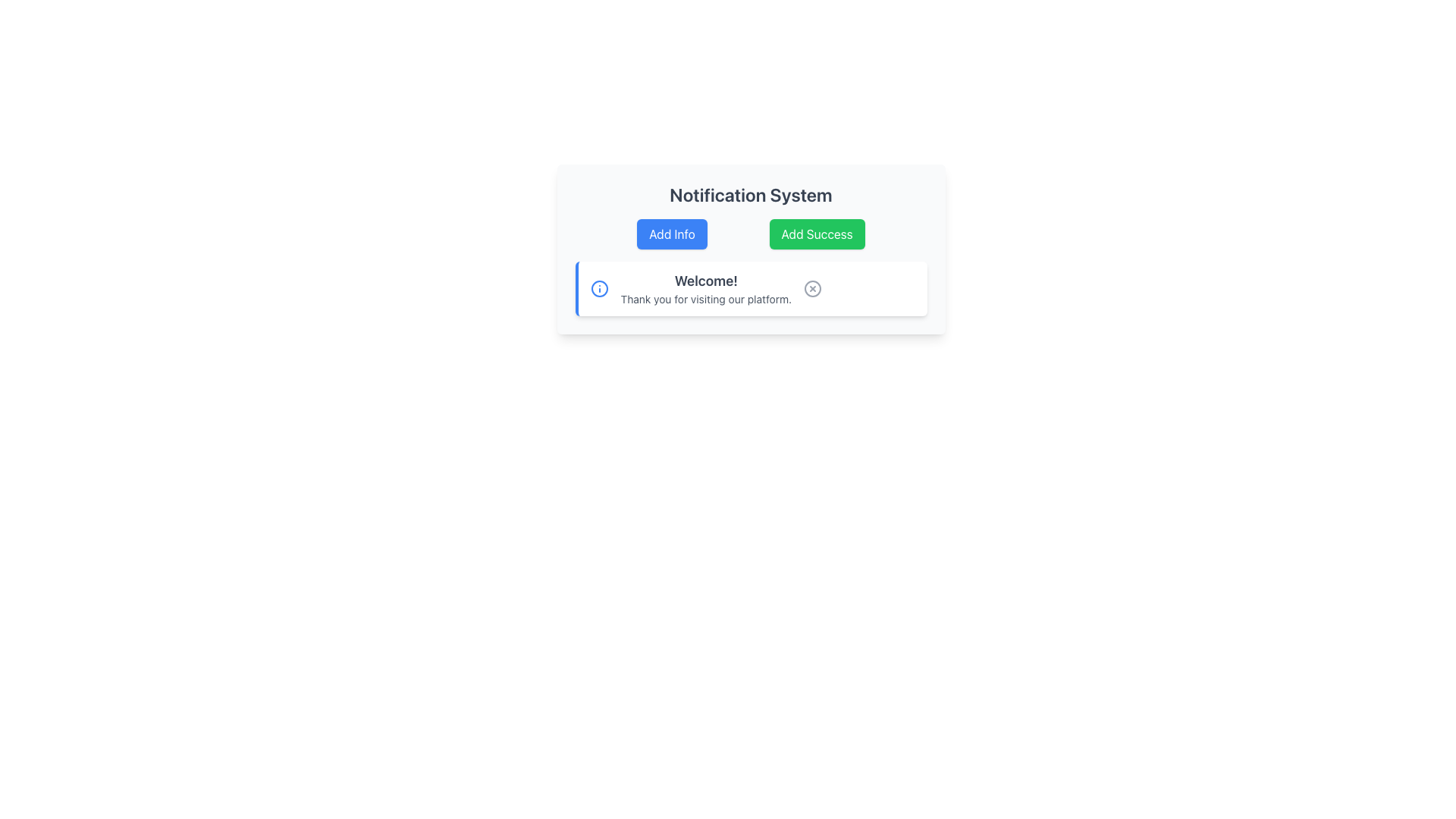  What do you see at coordinates (812, 289) in the screenshot?
I see `the interactive close button icon, which is a circular shape with an 'X' mark inside, located at the far right of the 'Welcome!' notification card` at bounding box center [812, 289].